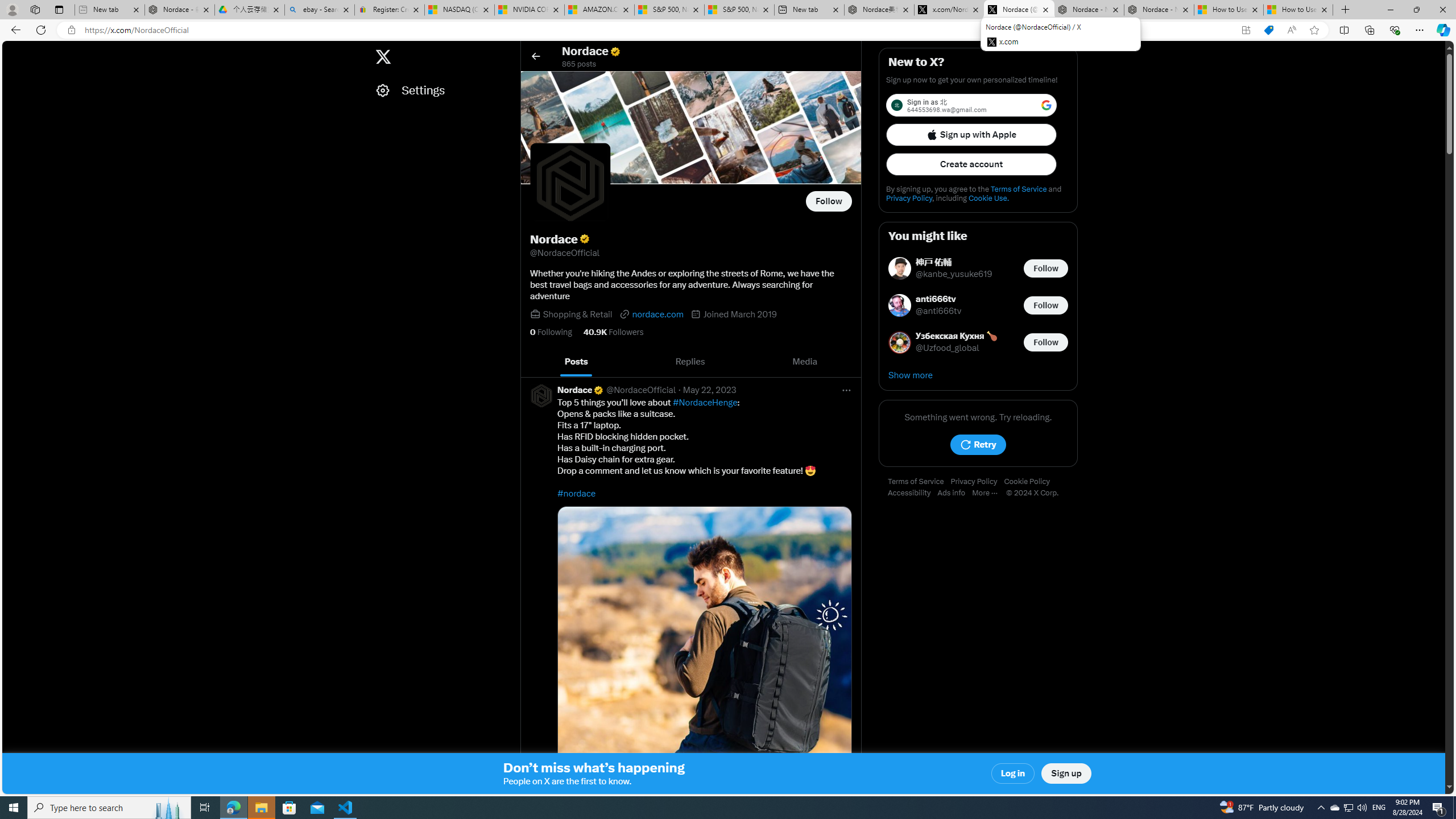 Image resolution: width=1456 pixels, height=819 pixels. Describe the element at coordinates (938, 299) in the screenshot. I see `'anti666tv'` at that location.